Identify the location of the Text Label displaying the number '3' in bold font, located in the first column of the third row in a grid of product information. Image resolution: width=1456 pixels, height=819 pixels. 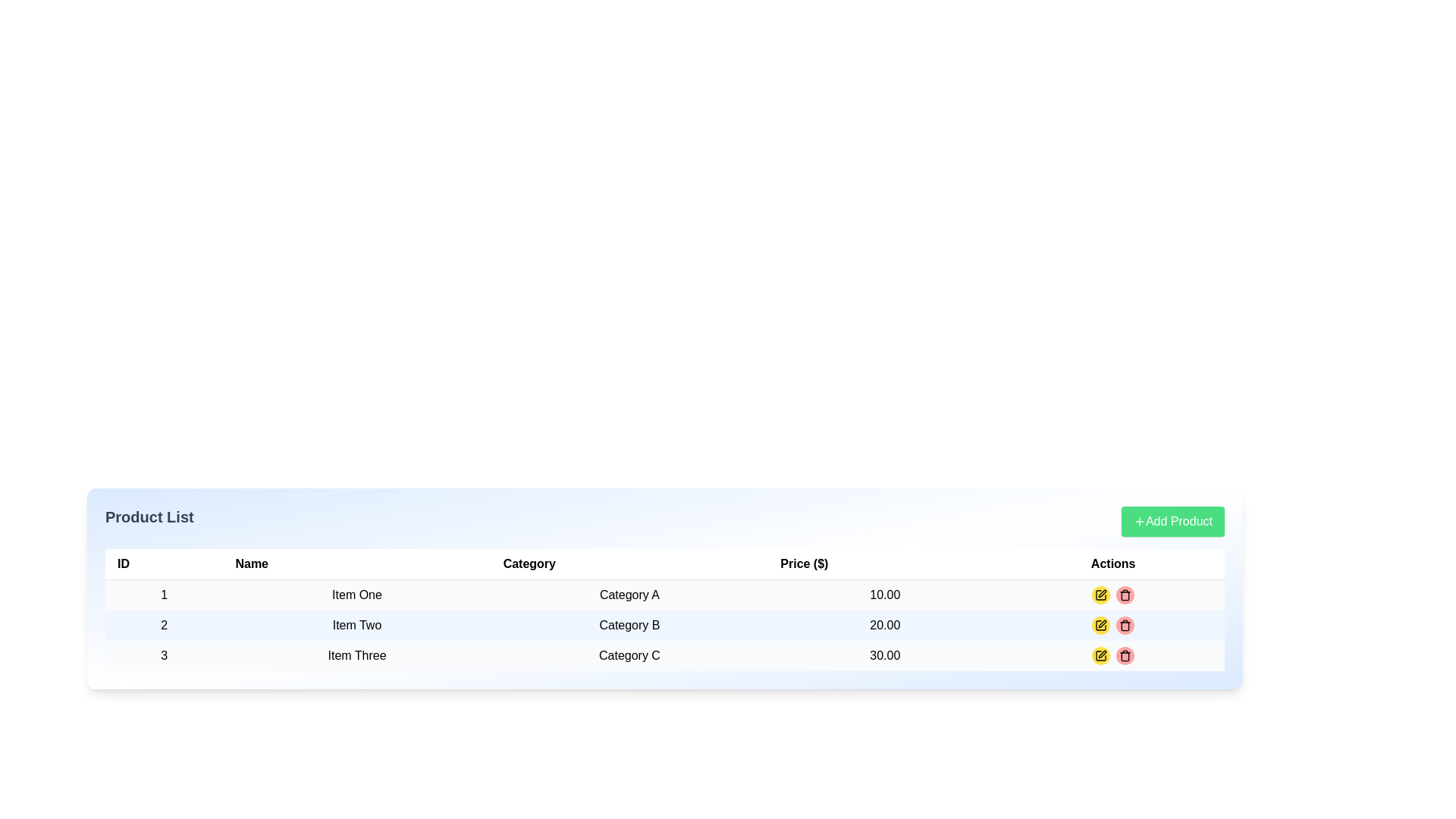
(164, 654).